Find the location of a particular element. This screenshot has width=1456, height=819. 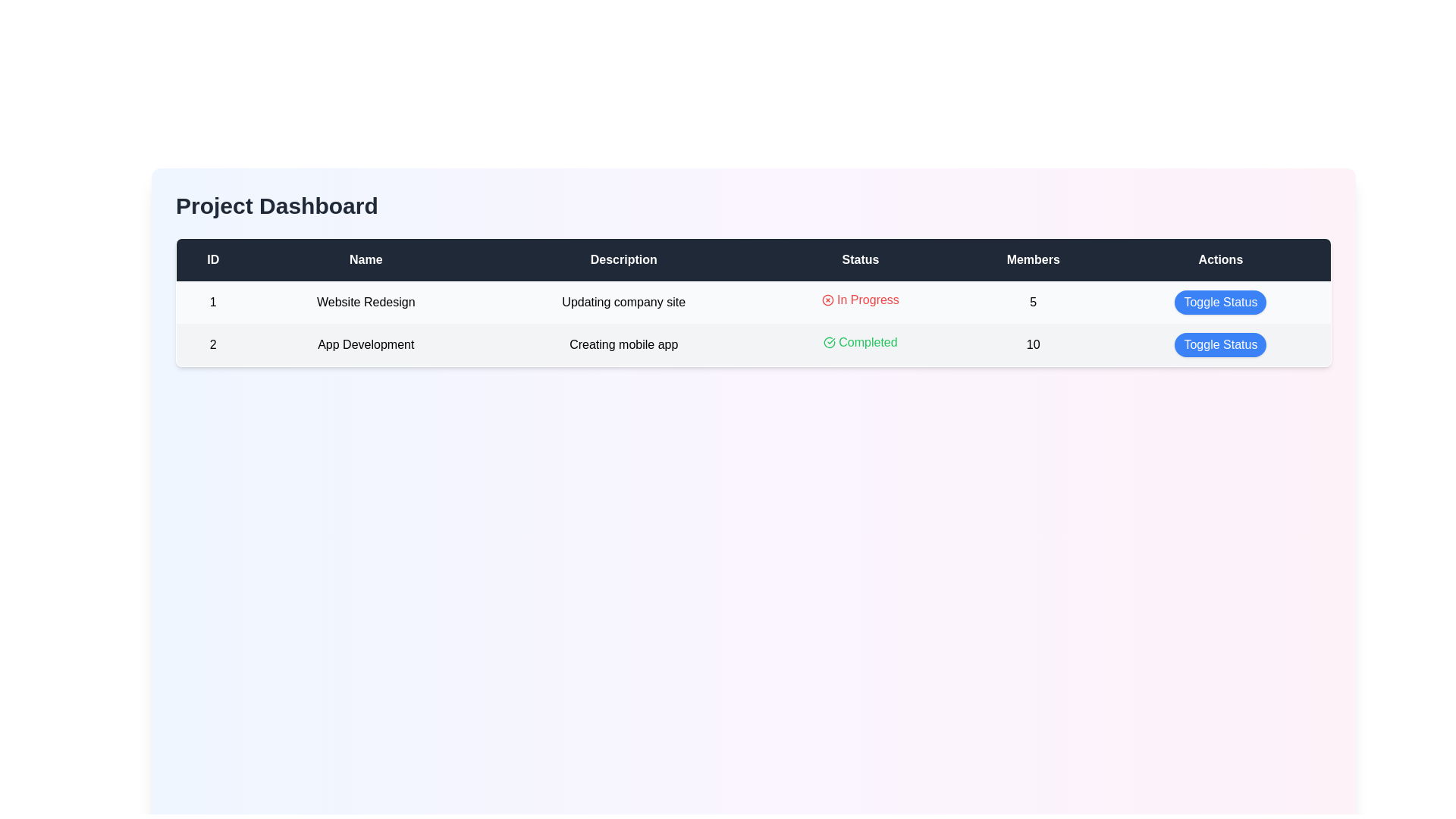

the 'Toggle Status' button, which is styled with a blue background and white text, located in the 'Actions' column of the second row in a table is located at coordinates (1220, 345).